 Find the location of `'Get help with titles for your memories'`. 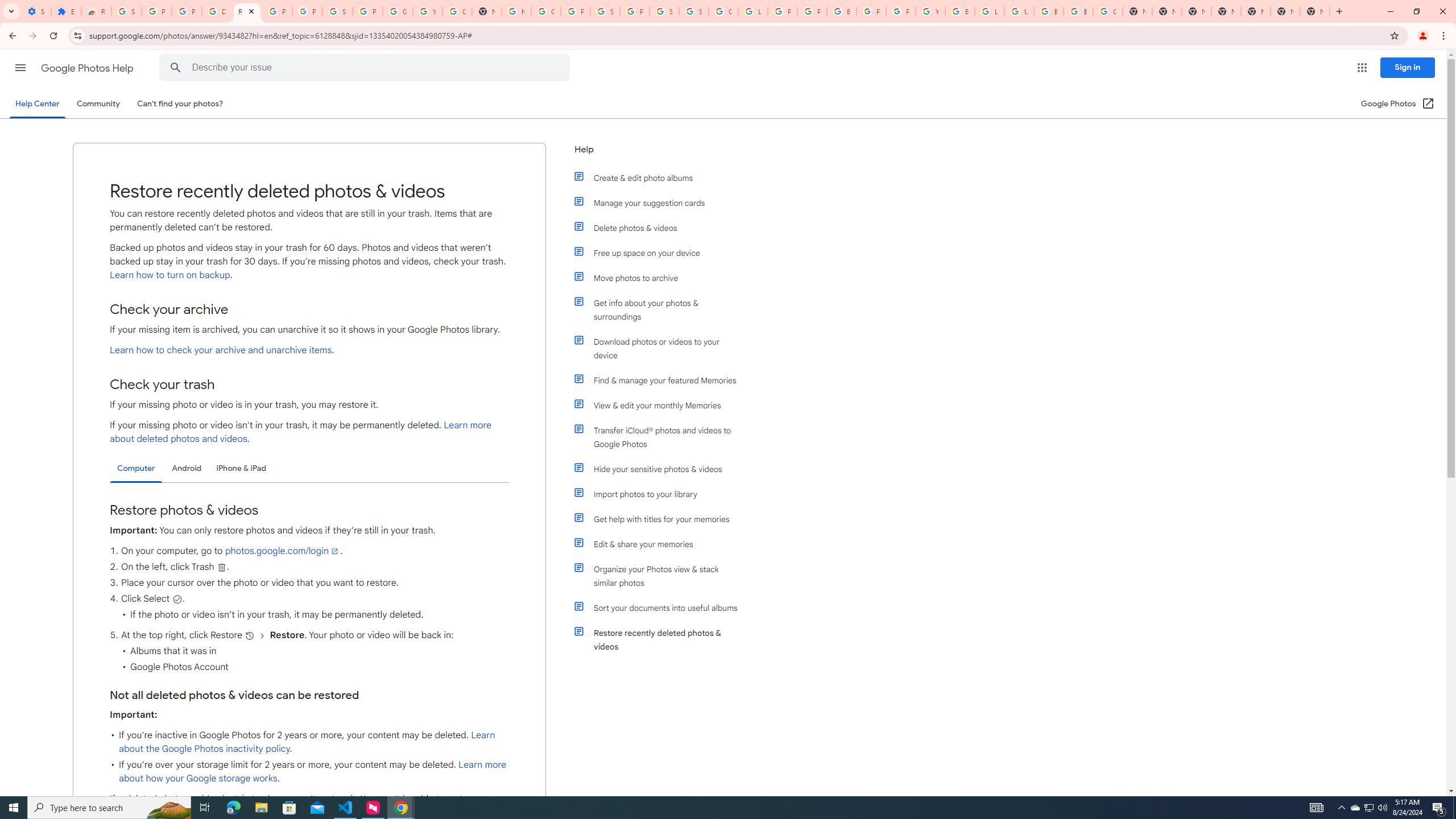

'Get help with titles for your memories' is located at coordinates (661, 518).